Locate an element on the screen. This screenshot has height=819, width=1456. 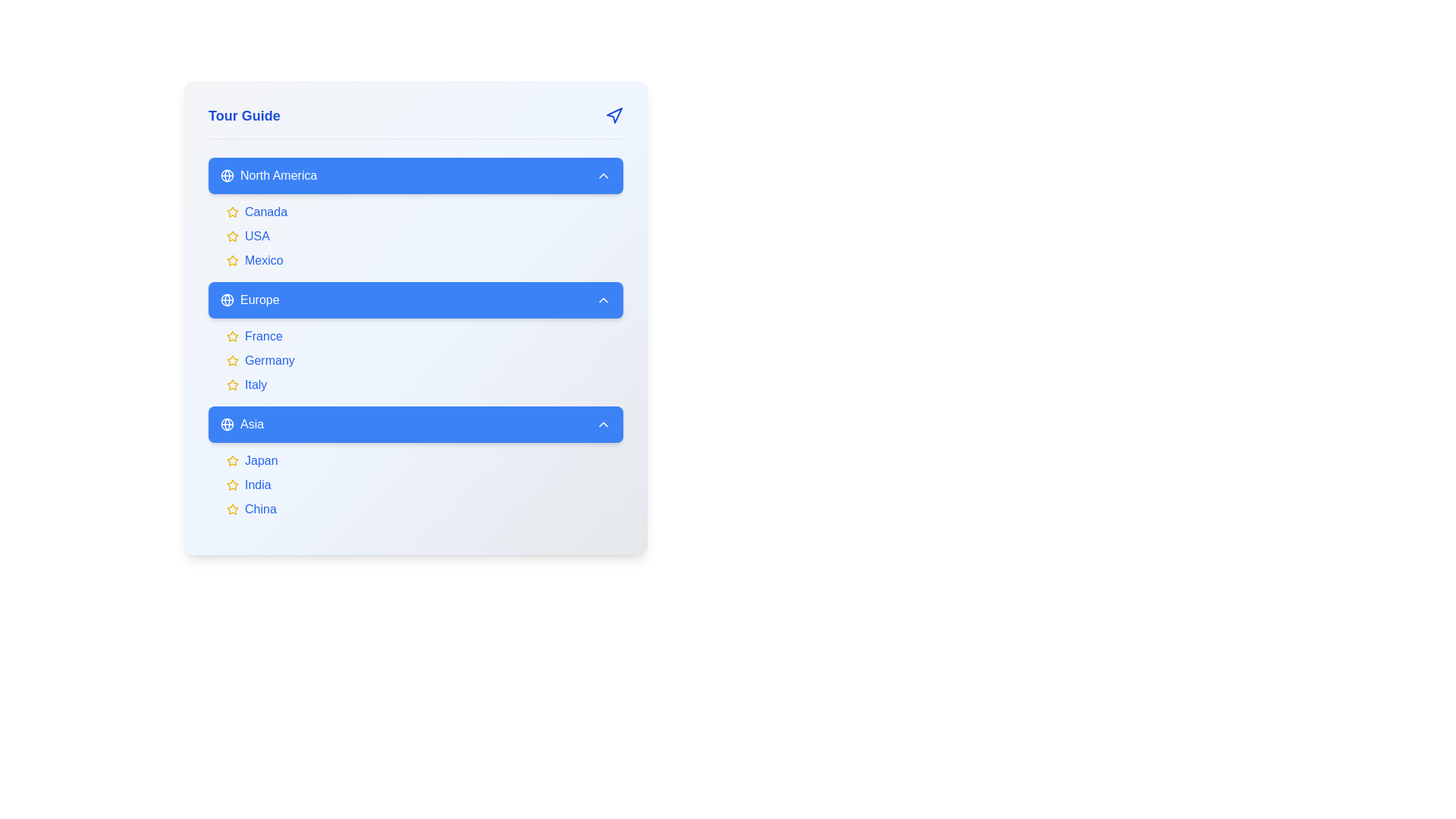
the blue rectangular button labeled 'Europe' with a globe icon is located at coordinates (416, 300).